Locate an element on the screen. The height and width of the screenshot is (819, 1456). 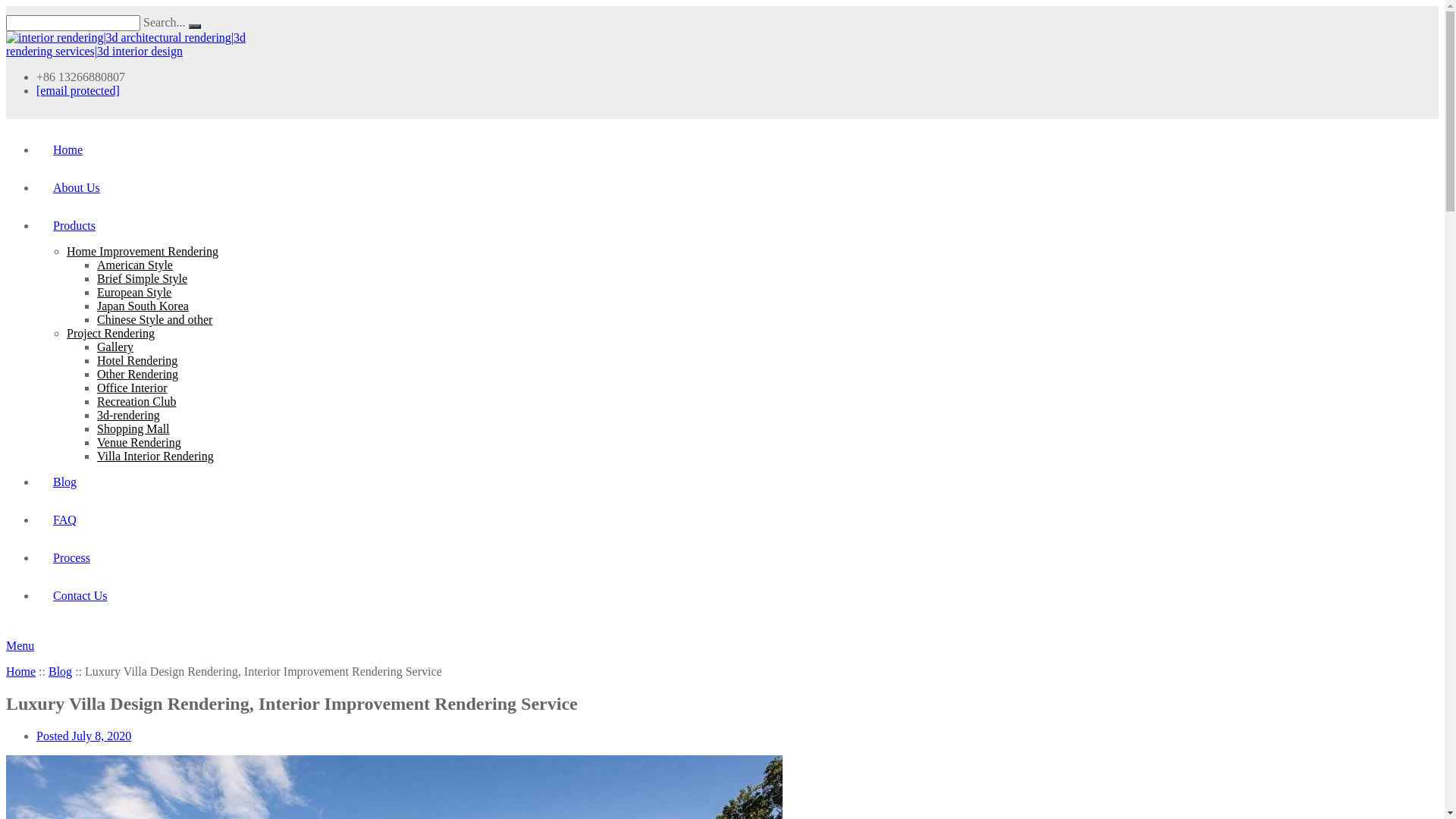
'Process' is located at coordinates (67, 557).